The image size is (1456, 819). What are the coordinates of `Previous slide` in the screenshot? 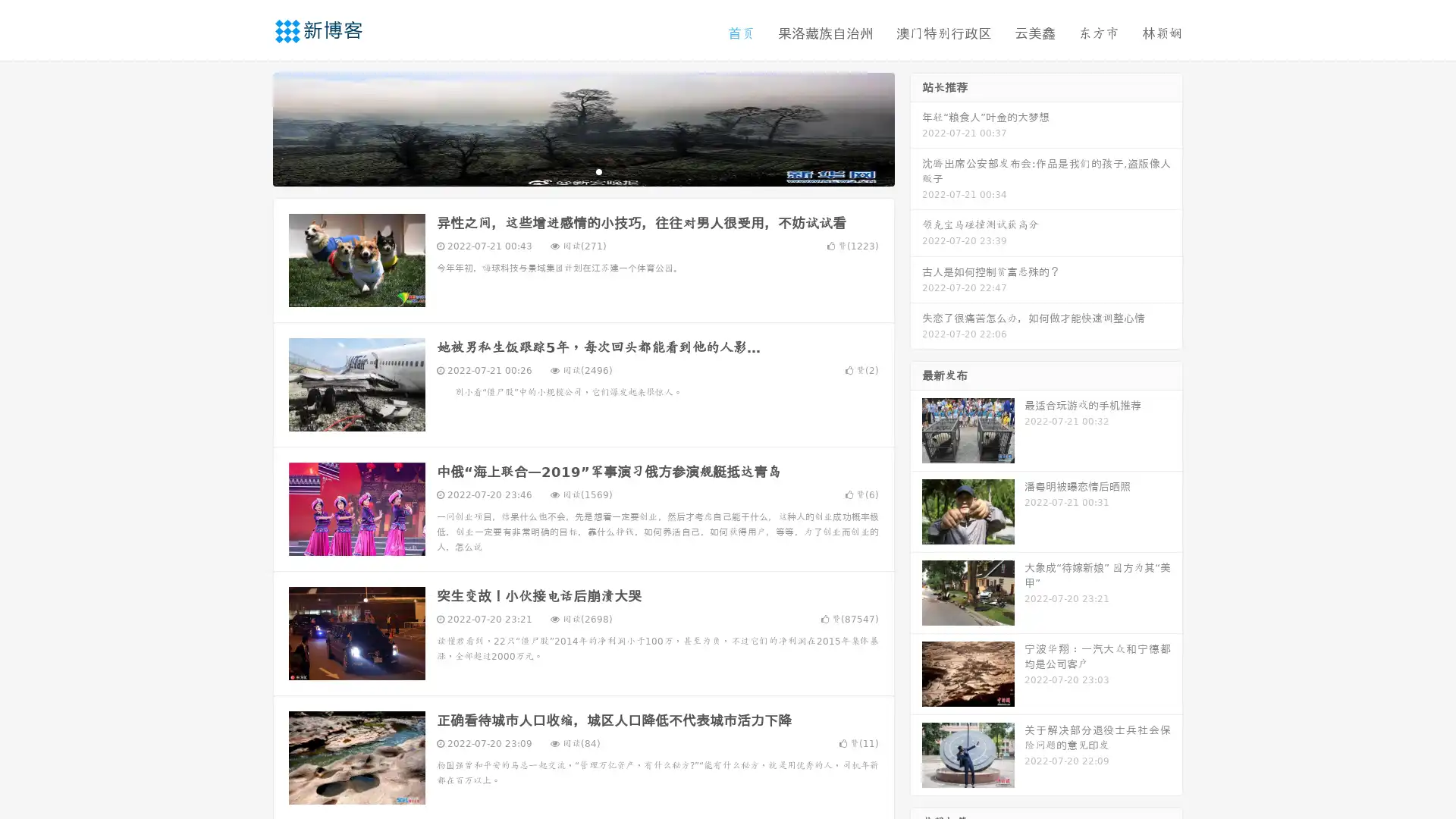 It's located at (250, 127).